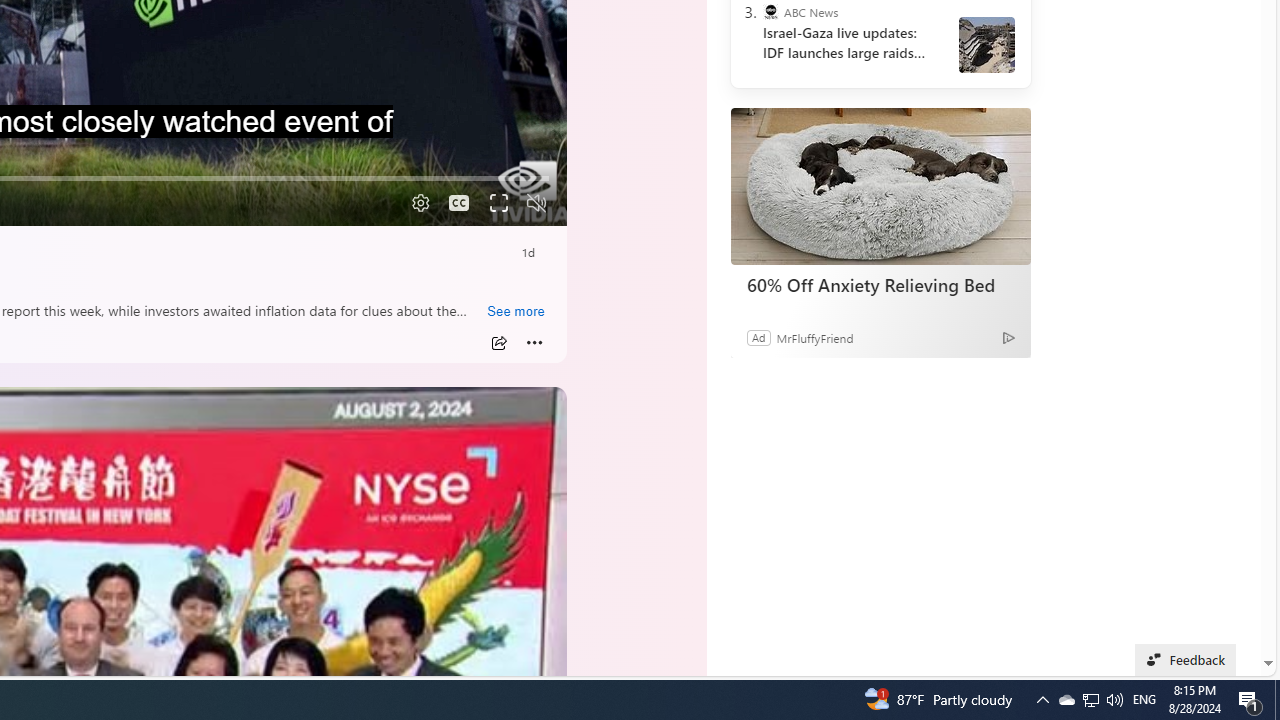  What do you see at coordinates (769, 12) in the screenshot?
I see `'ABC News'` at bounding box center [769, 12].